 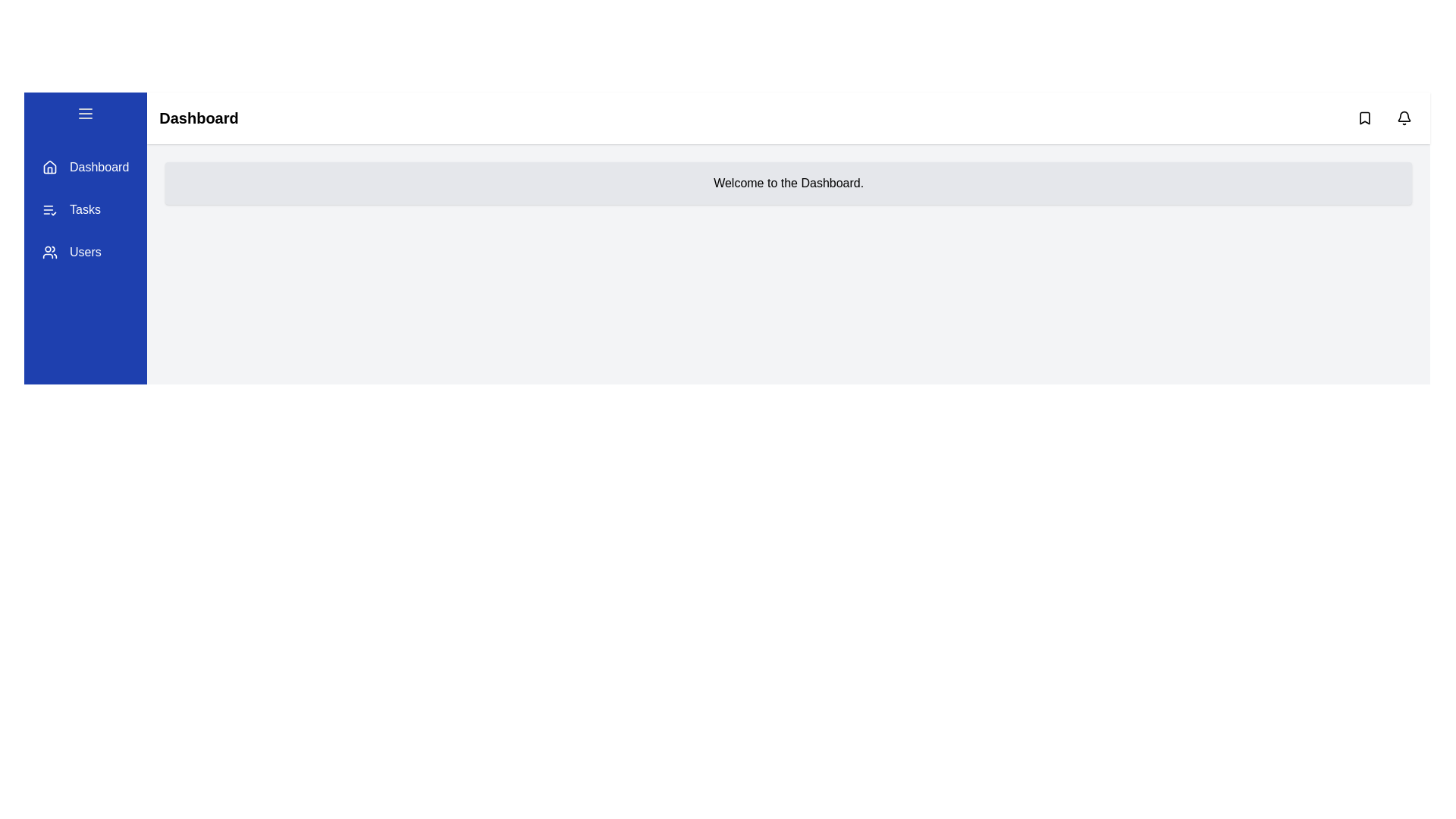 What do you see at coordinates (84, 251) in the screenshot?
I see `the text label 'Users' styled in white font against a blue background in the sidebar navigation menu` at bounding box center [84, 251].